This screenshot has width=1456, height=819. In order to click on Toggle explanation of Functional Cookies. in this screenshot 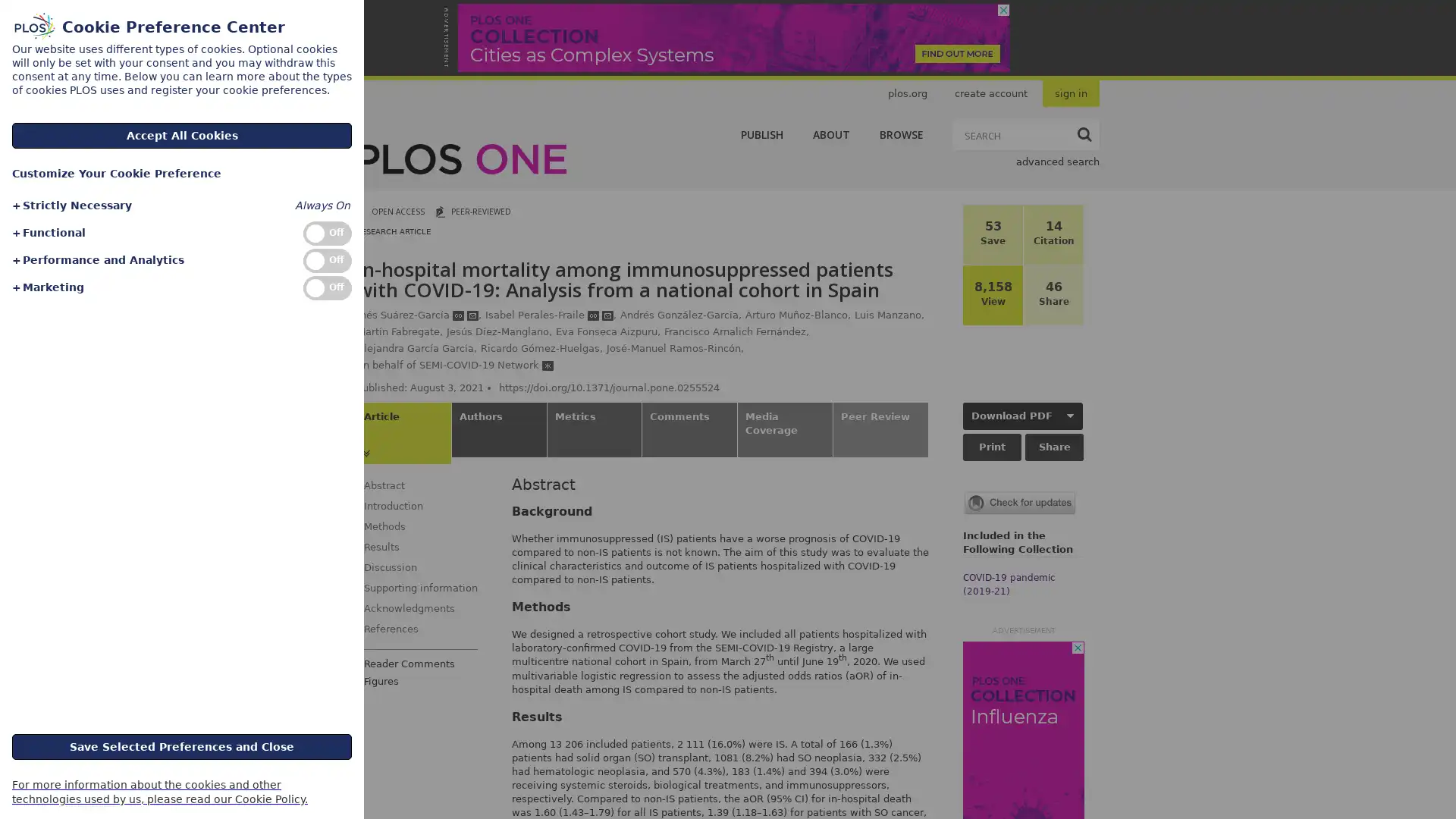, I will do `click(48, 233)`.